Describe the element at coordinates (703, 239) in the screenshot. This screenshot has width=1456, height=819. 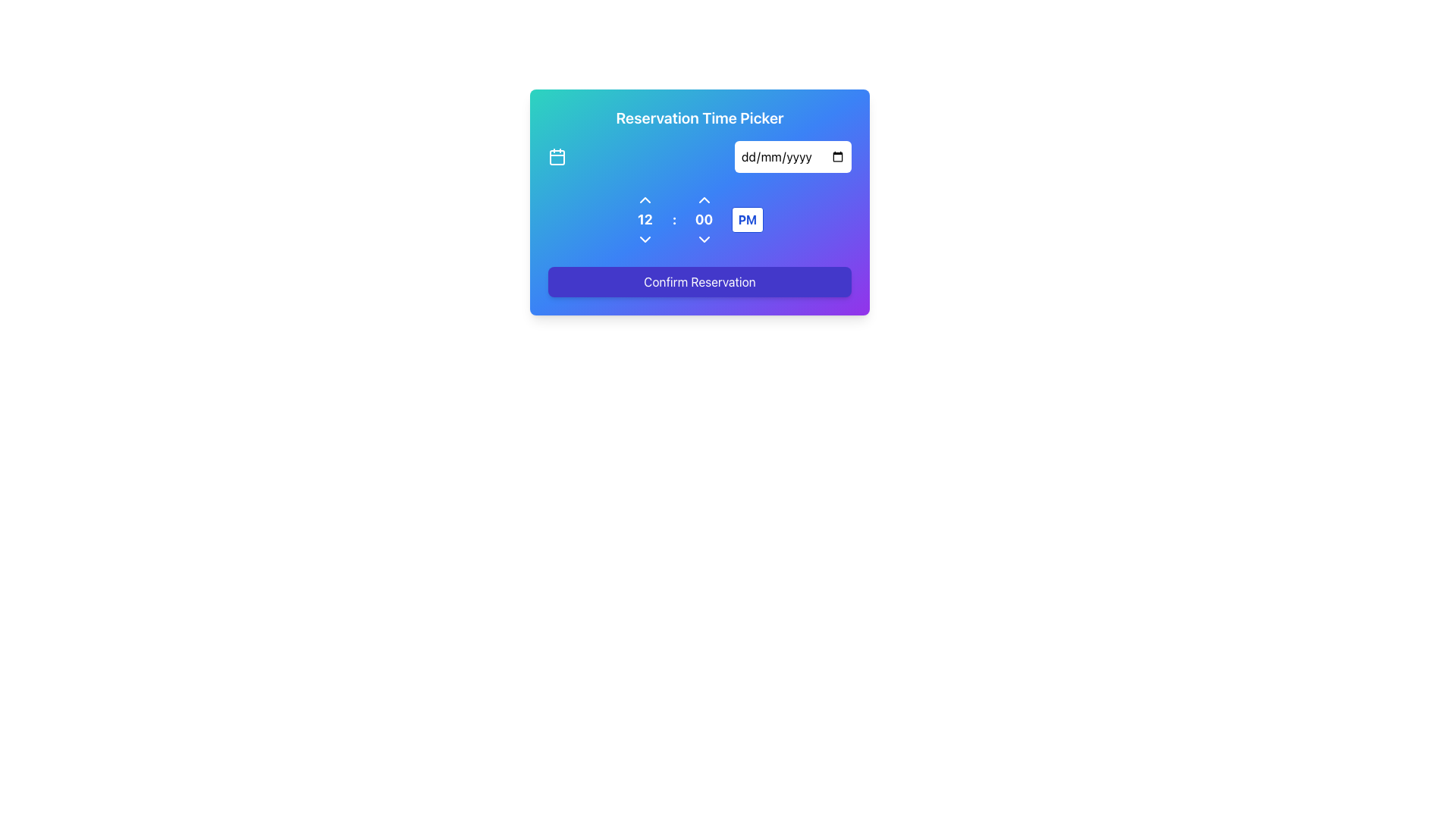
I see `the small downward-pointing chevron button styled in white against a gradient background of blue to purple, located directly below the bold white '00' in the time picker interface` at that location.